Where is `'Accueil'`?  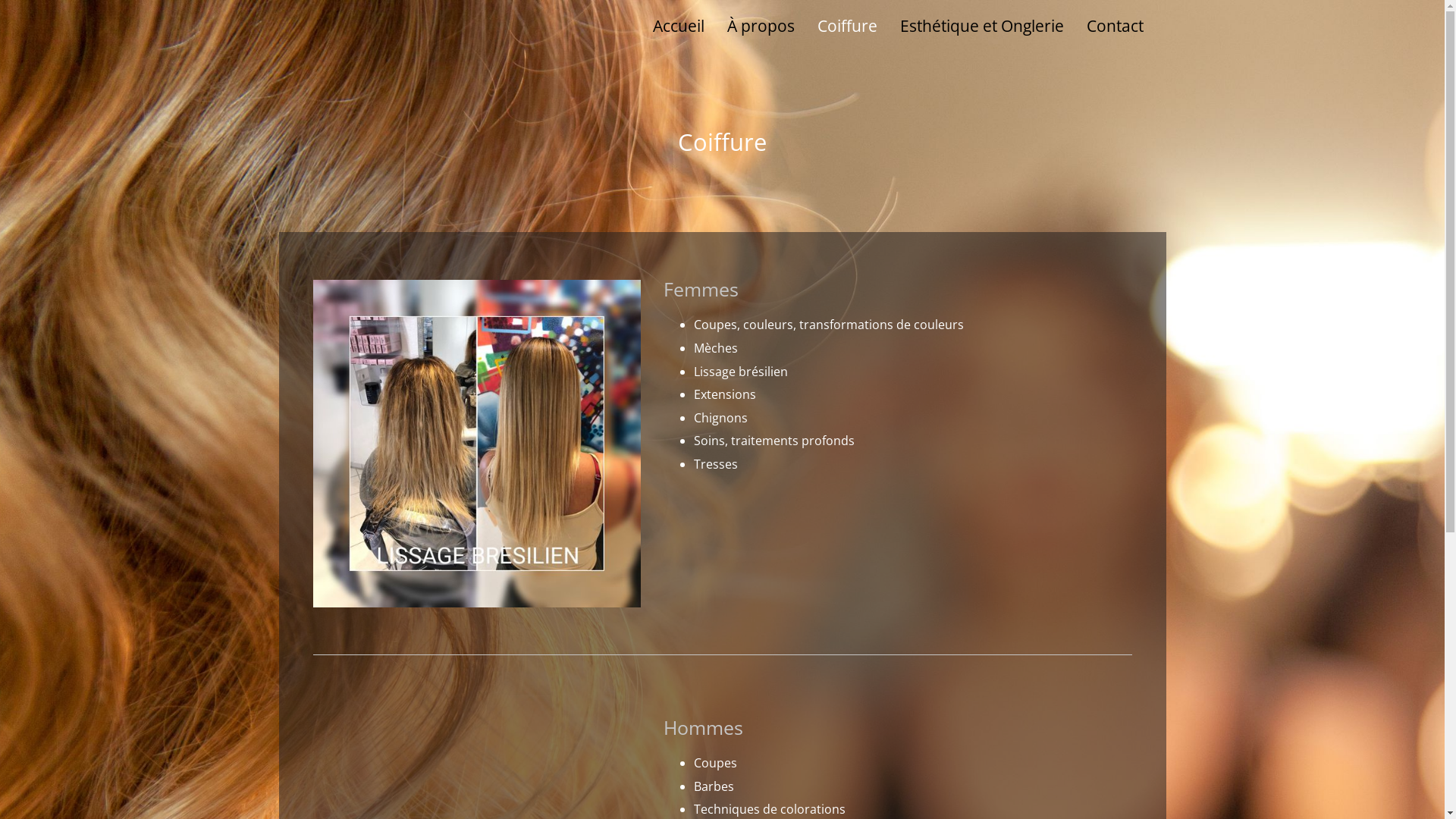
'Accueil' is located at coordinates (676, 26).